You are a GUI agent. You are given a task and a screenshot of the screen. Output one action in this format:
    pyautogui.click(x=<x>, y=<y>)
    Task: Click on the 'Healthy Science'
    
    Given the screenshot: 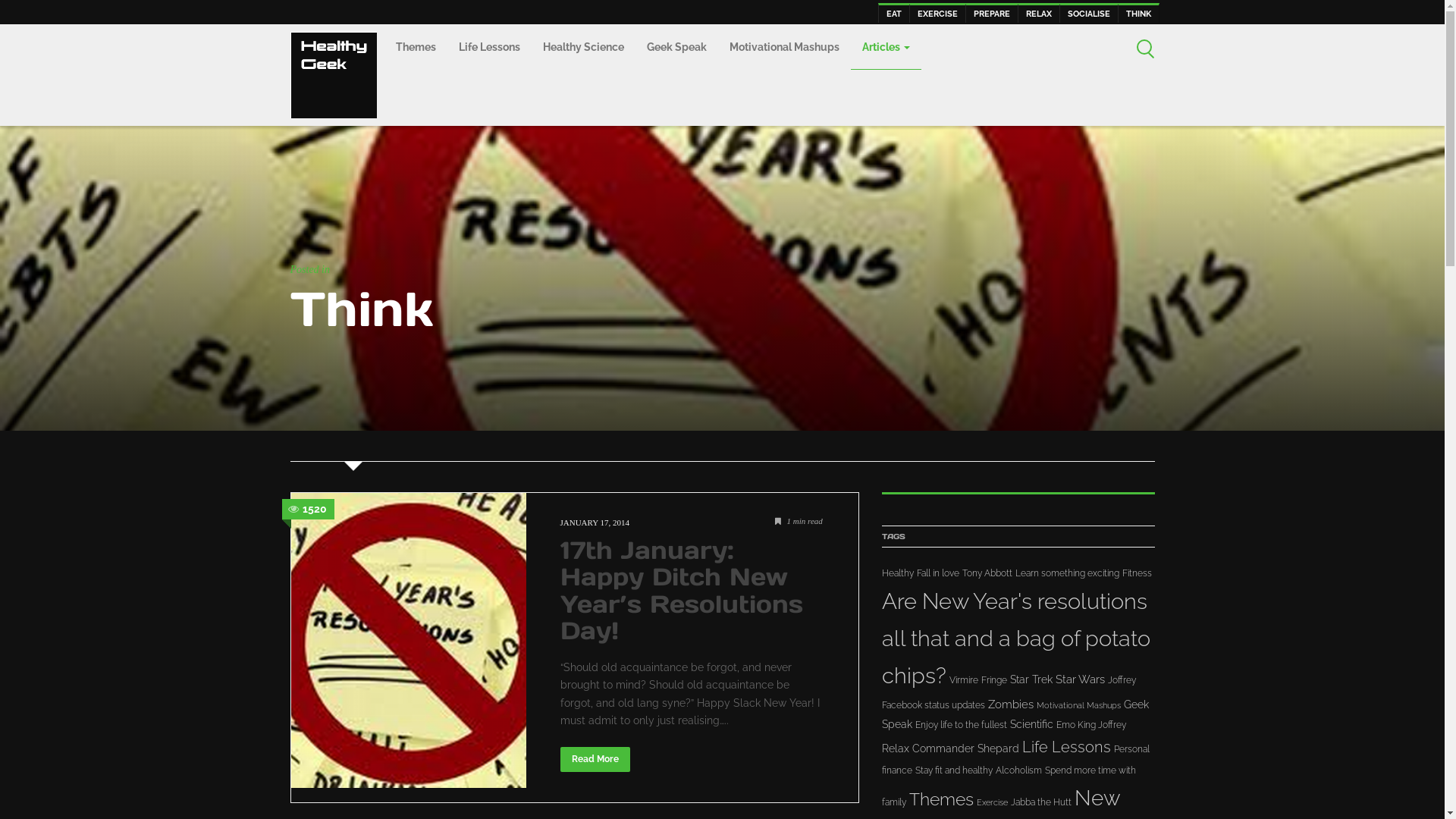 What is the action you would take?
    pyautogui.click(x=582, y=47)
    